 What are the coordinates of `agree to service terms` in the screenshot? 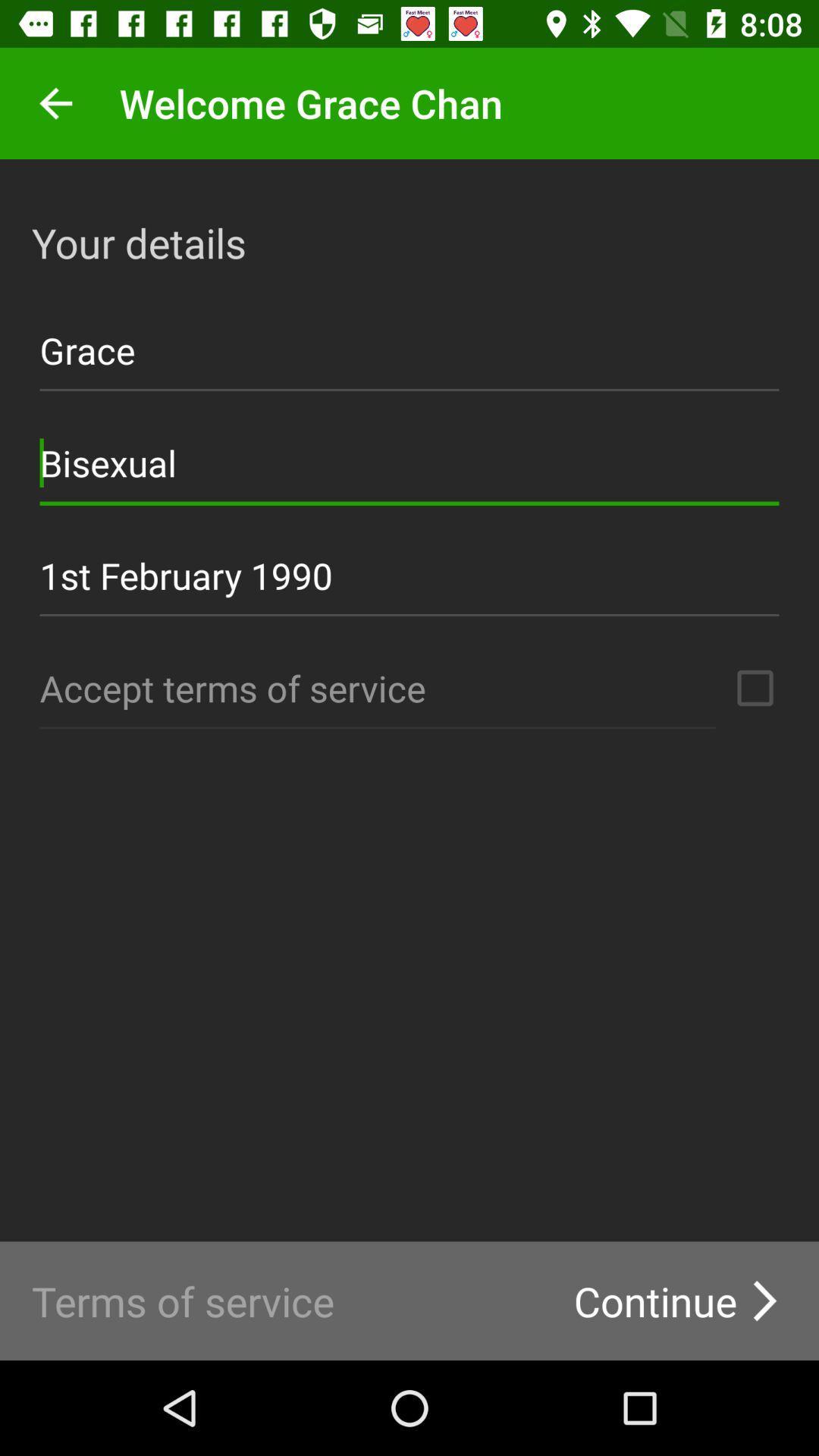 It's located at (755, 687).